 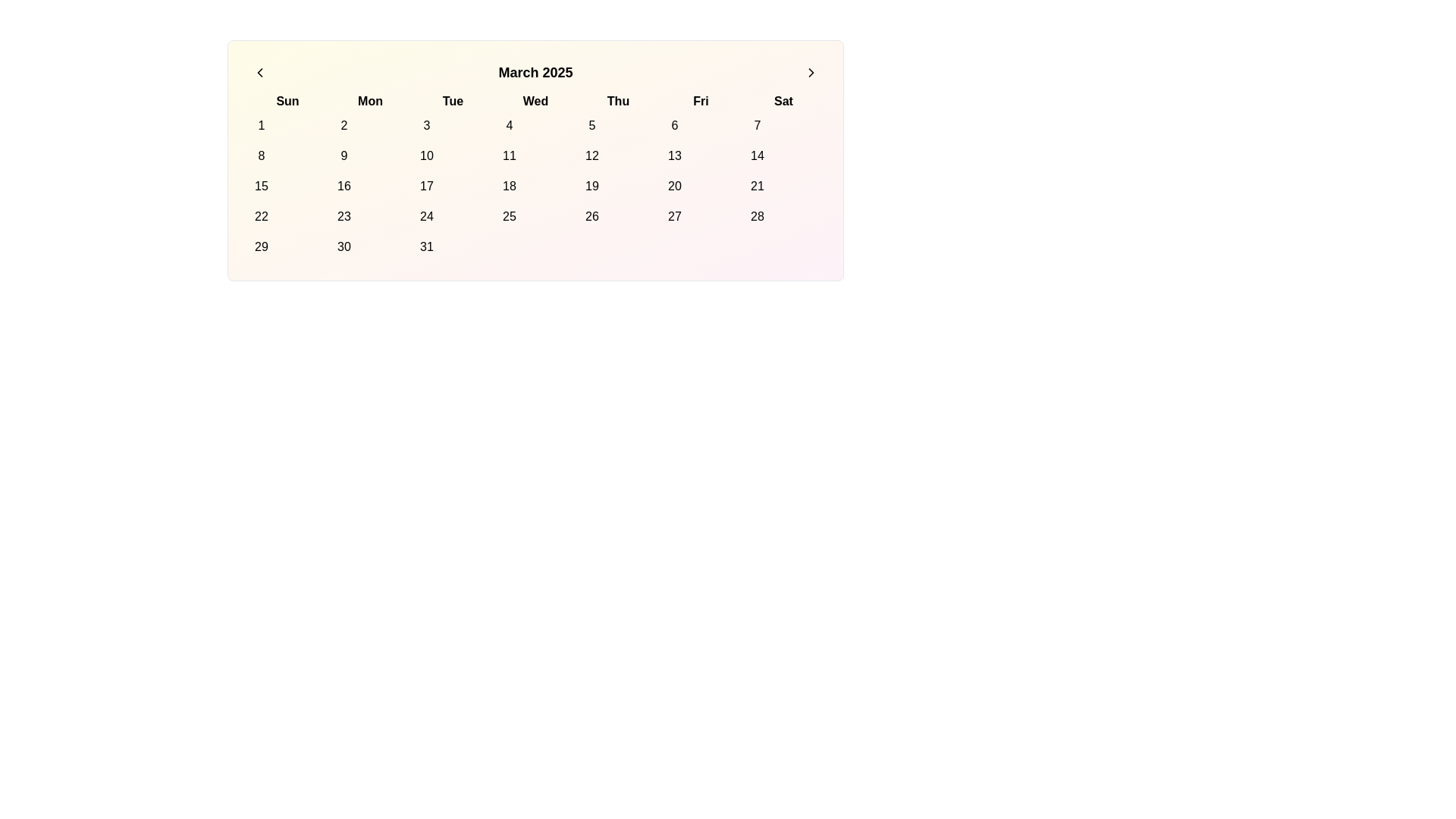 I want to click on the circular button with the text '7' to change its background color to pink, so click(x=757, y=124).